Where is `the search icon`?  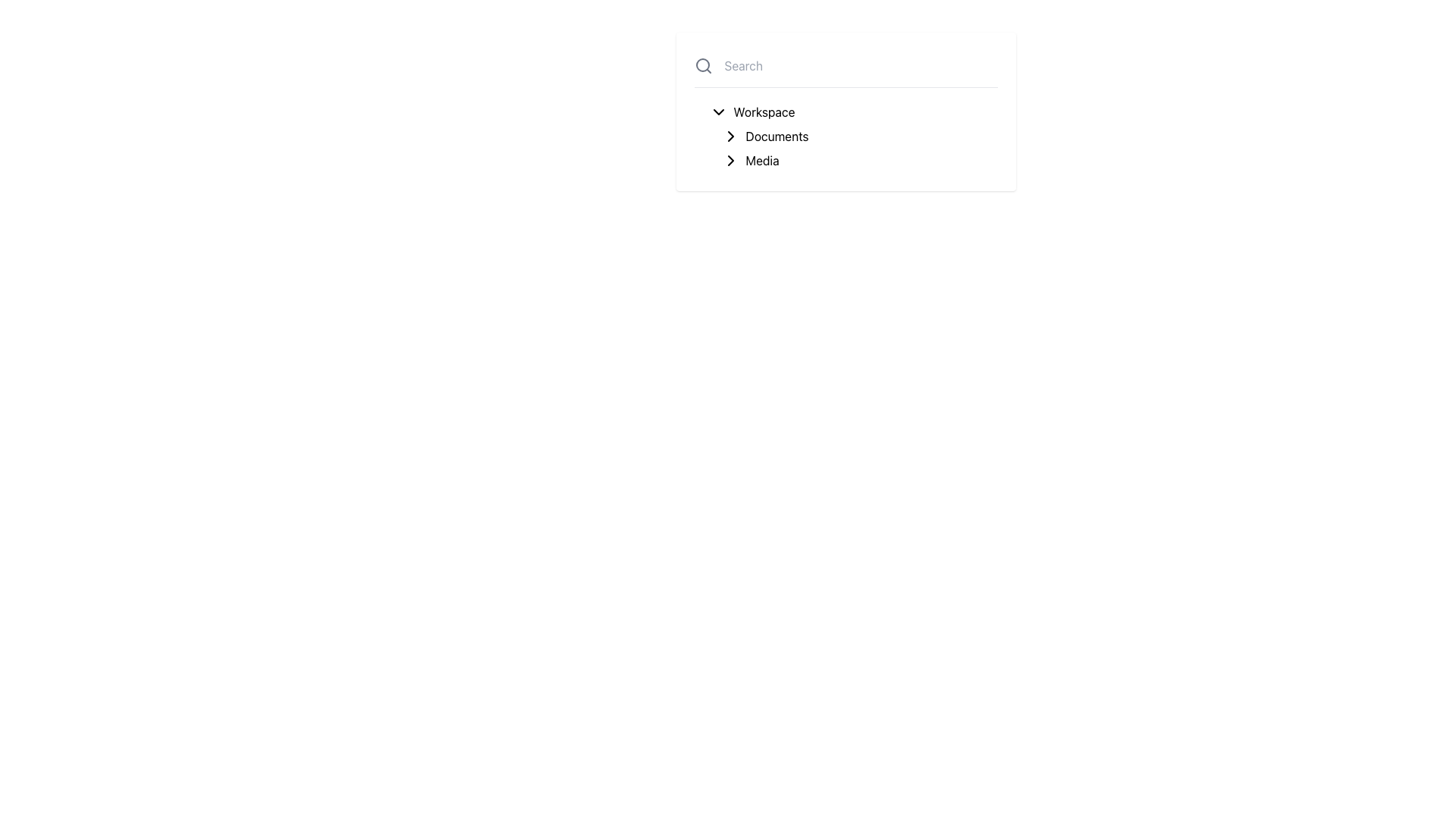 the search icon is located at coordinates (702, 65).